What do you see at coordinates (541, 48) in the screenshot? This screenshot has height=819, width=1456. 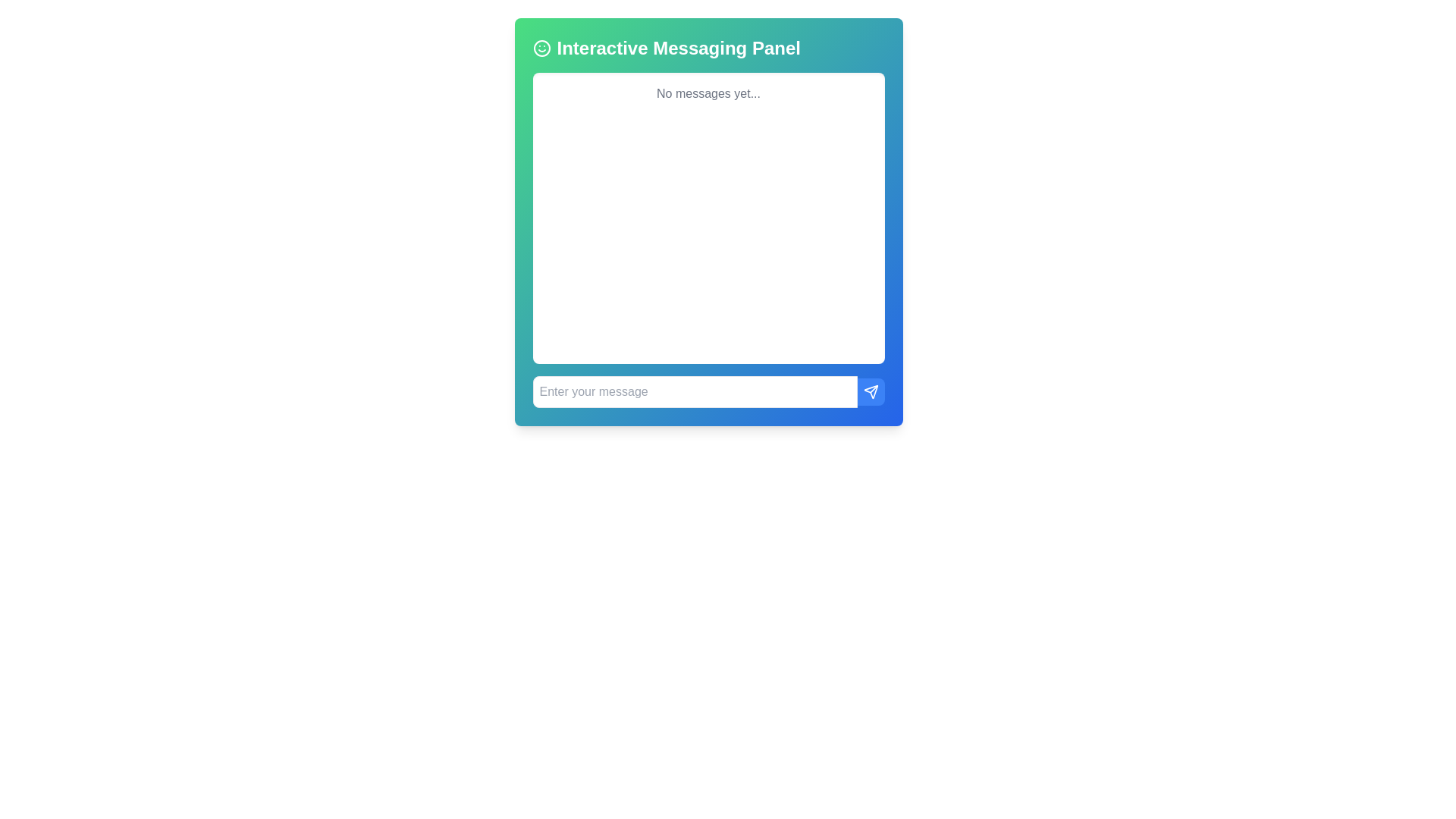 I see `the circular decorative icon located at the top-left corner of the 'Interactive Messaging Panel', which precedes the title text` at bounding box center [541, 48].